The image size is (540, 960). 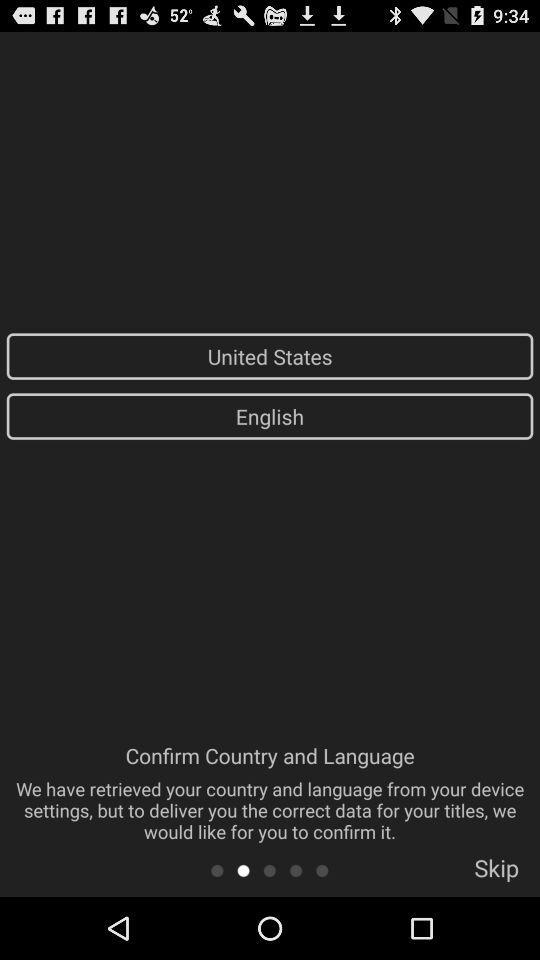 What do you see at coordinates (270, 415) in the screenshot?
I see `app above confirm country and app` at bounding box center [270, 415].